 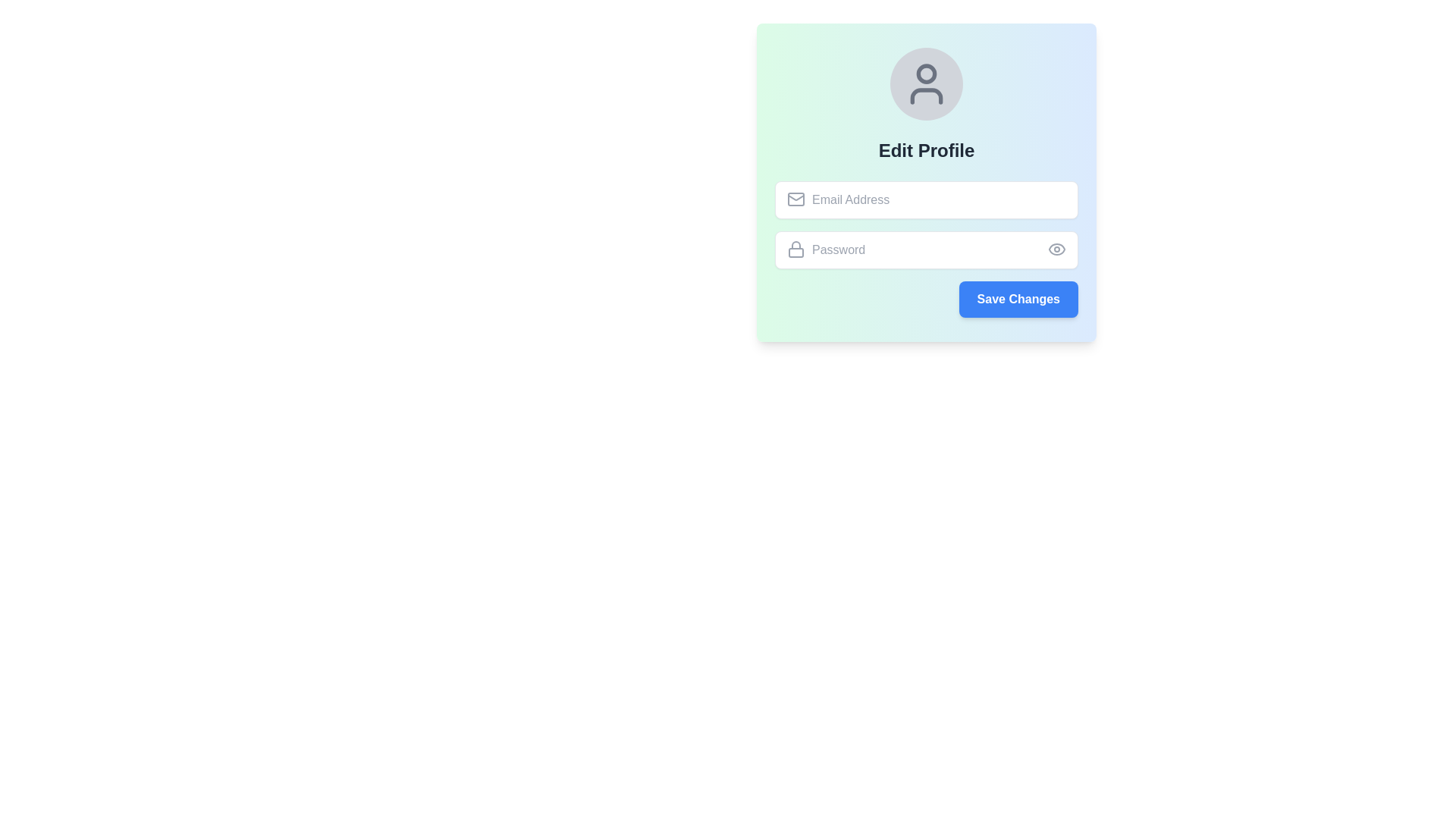 I want to click on new content into the Profile Picture Placeholder, which is a circular UI element with a light gray background and a user silhouette icon, located at the top of the interface panel above the 'Edit Profile' text, so click(x=926, y=84).